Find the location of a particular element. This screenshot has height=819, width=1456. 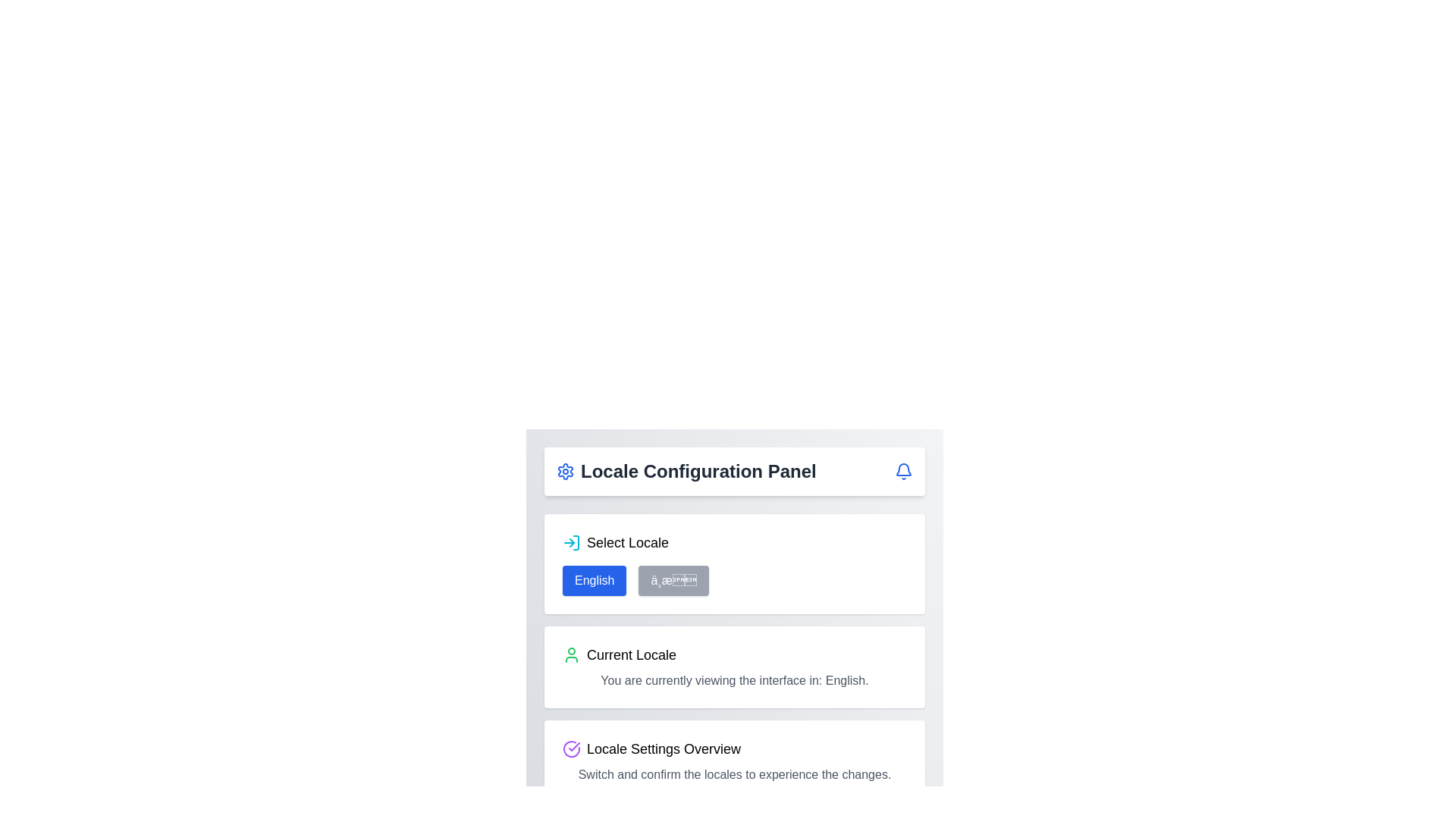

text from the title or heading Text block located at the bottom section of the card-like panel is located at coordinates (735, 748).